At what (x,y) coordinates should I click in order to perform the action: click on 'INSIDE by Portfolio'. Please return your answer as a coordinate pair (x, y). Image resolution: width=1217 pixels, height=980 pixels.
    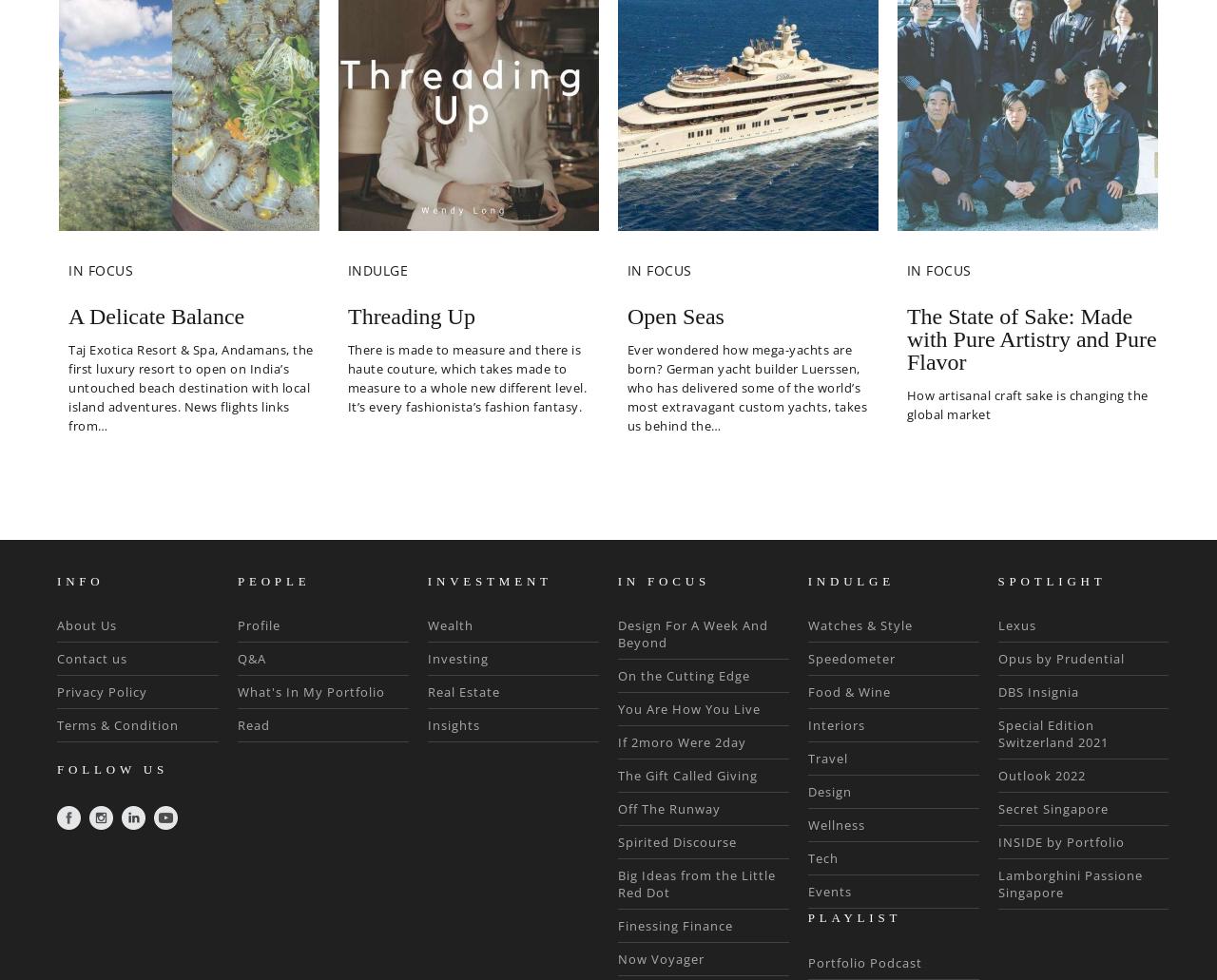
    Looking at the image, I should click on (1059, 842).